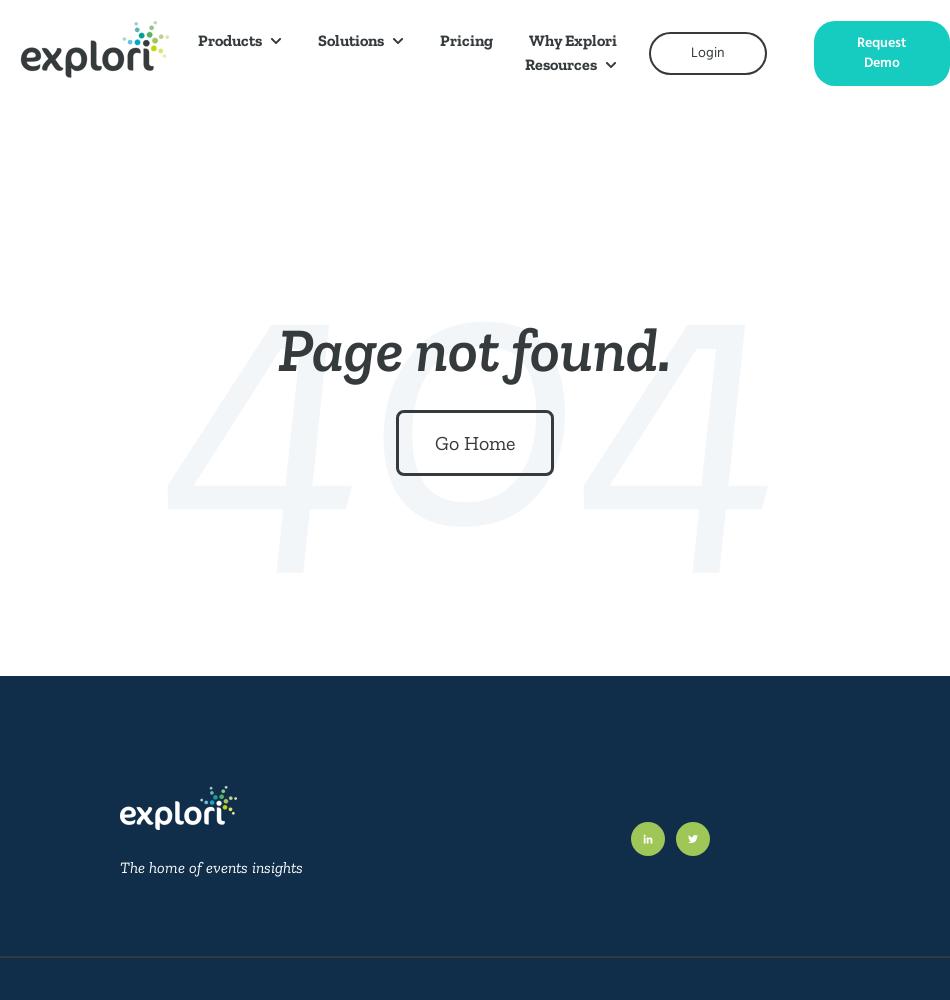 The height and width of the screenshot is (1000, 950). What do you see at coordinates (475, 442) in the screenshot?
I see `'Go Home'` at bounding box center [475, 442].